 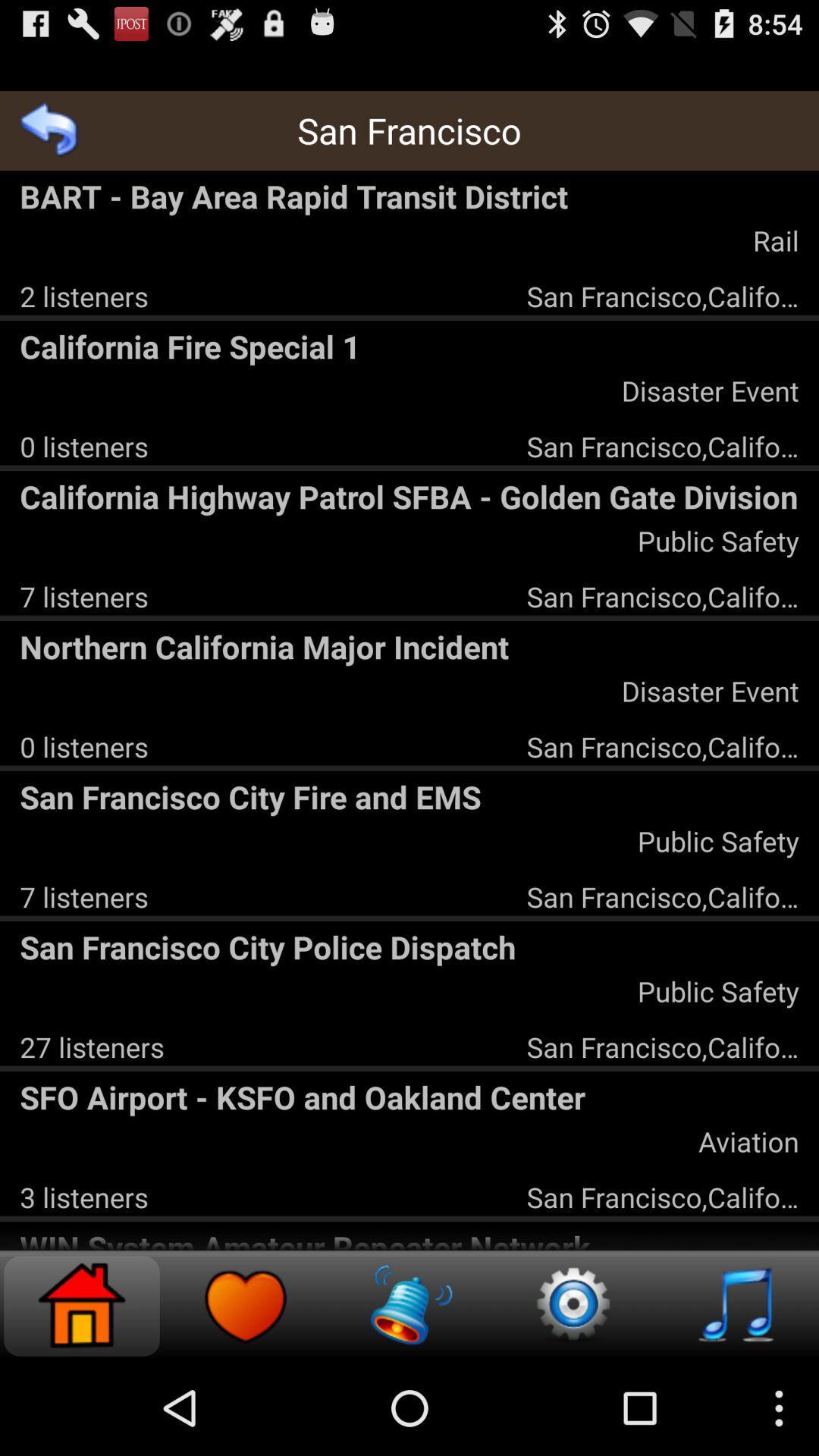 I want to click on 27 listeners app, so click(x=92, y=1046).